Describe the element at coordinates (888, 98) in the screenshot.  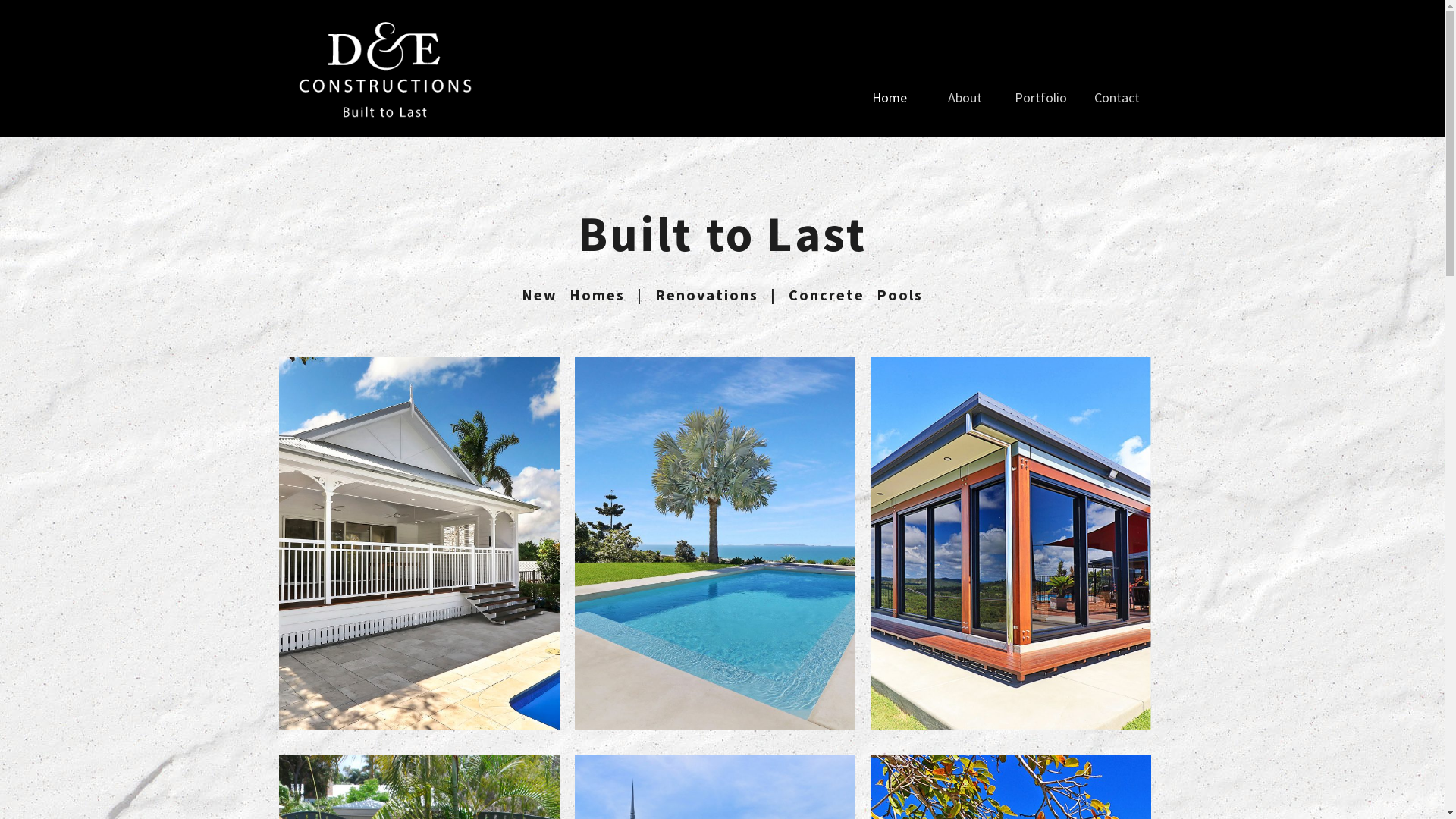
I see `'Home'` at that location.